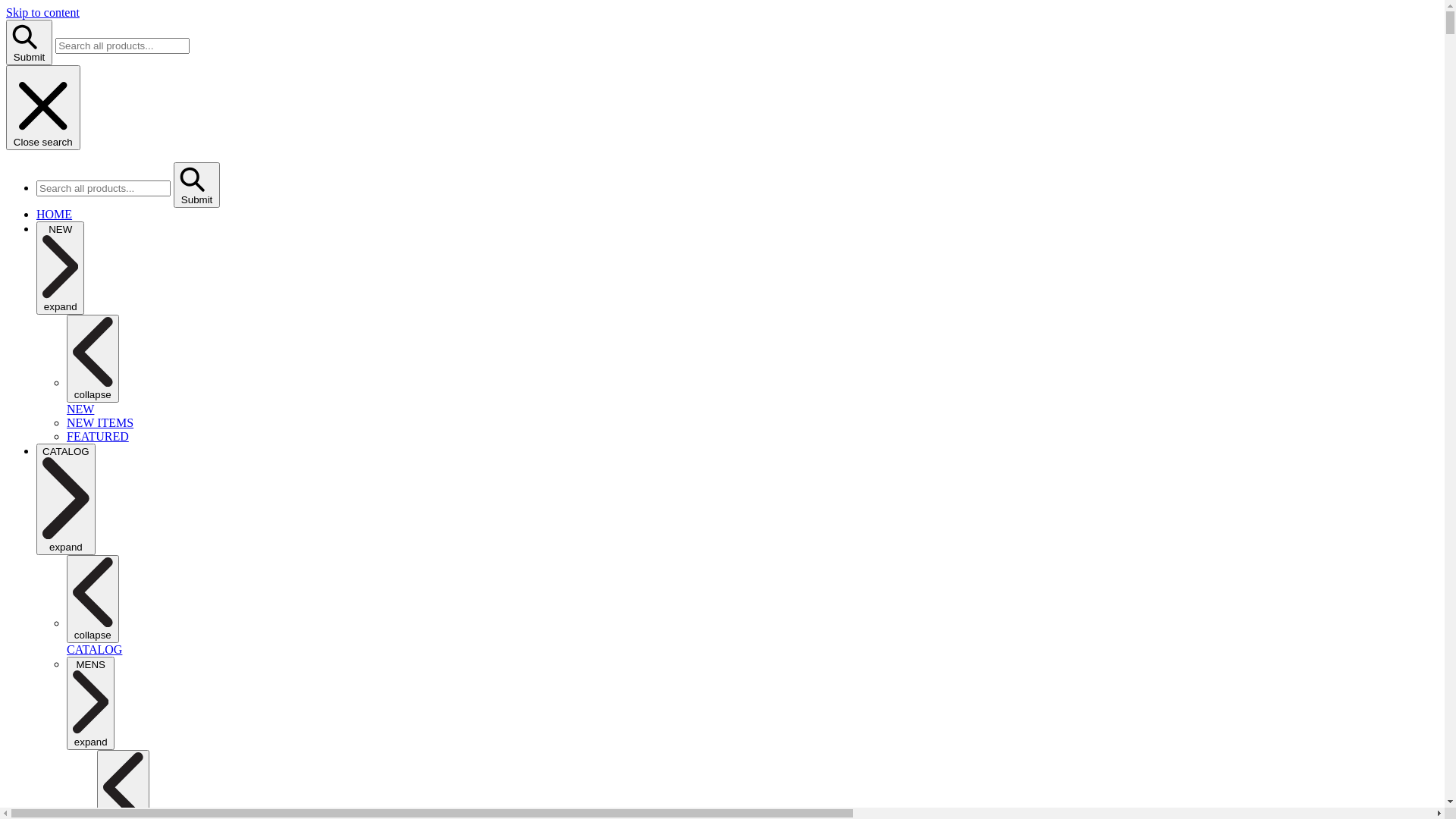  Describe the element at coordinates (42, 12) in the screenshot. I see `'Skip to content'` at that location.